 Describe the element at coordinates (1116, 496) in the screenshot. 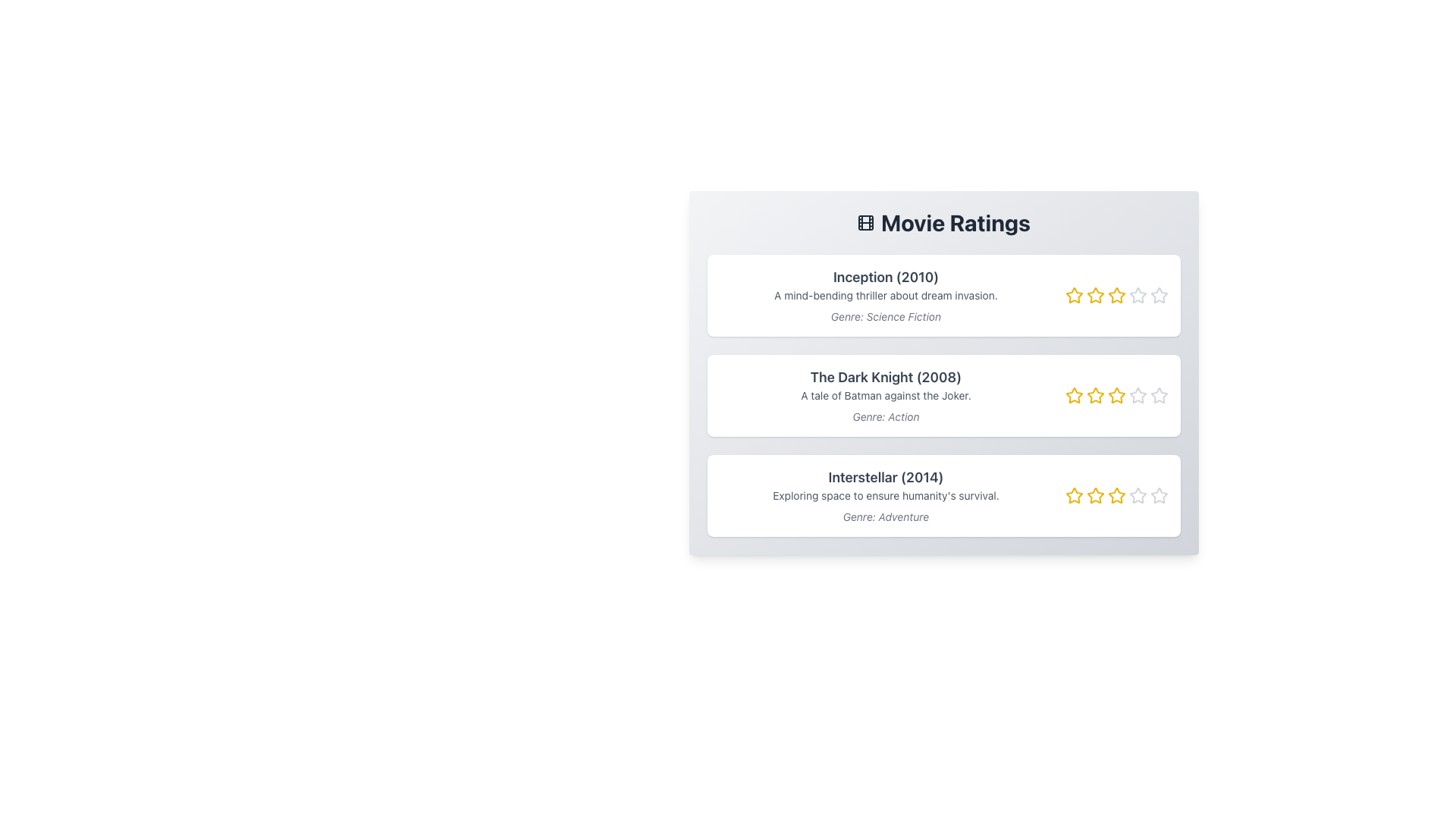

I see `the third filled star in the rating bar for the movie 'Interstellar (2014)'` at that location.